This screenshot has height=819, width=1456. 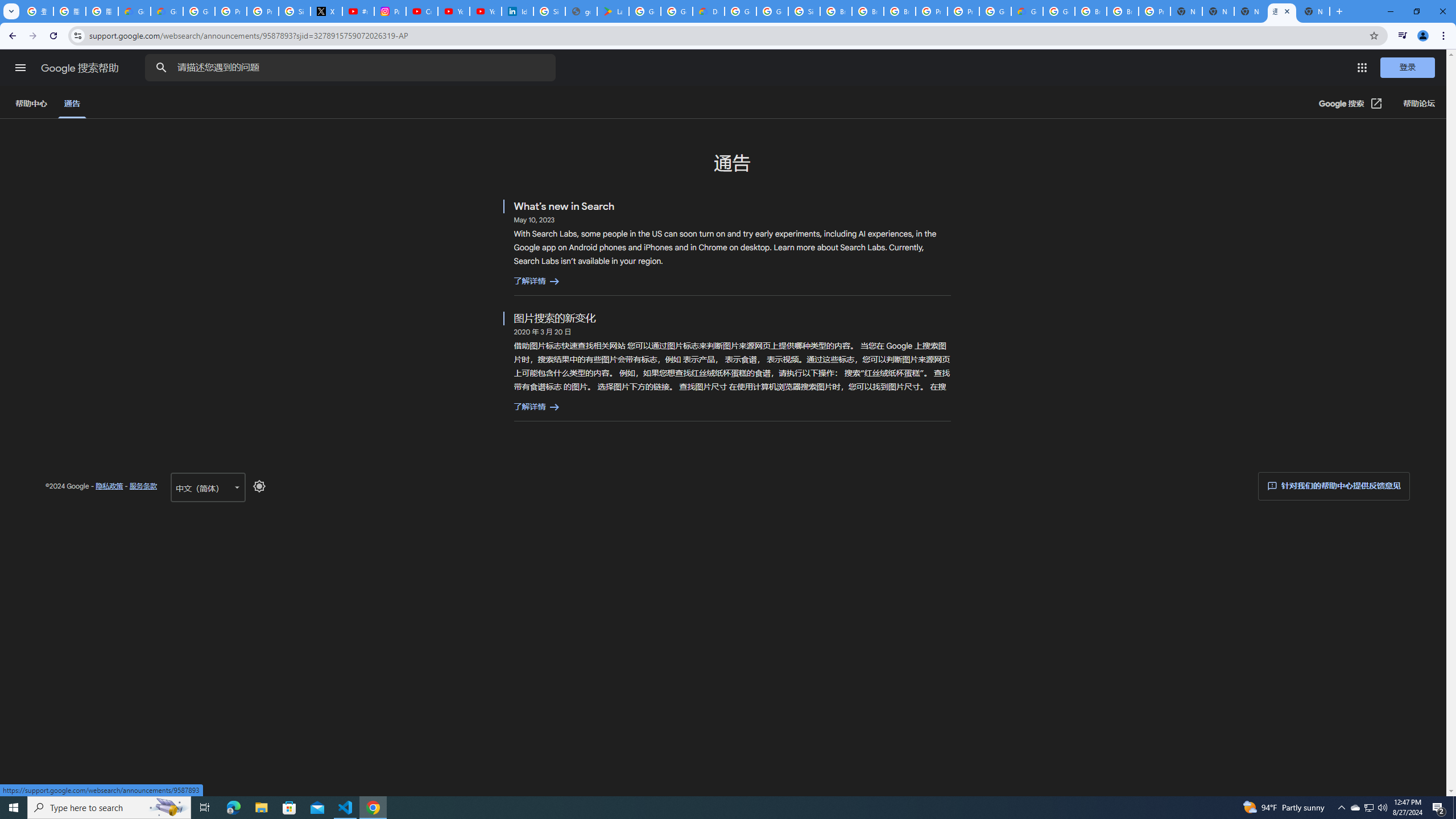 What do you see at coordinates (868, 11) in the screenshot?
I see `'Browse Chrome as a guest - Computer - Google Chrome Help'` at bounding box center [868, 11].